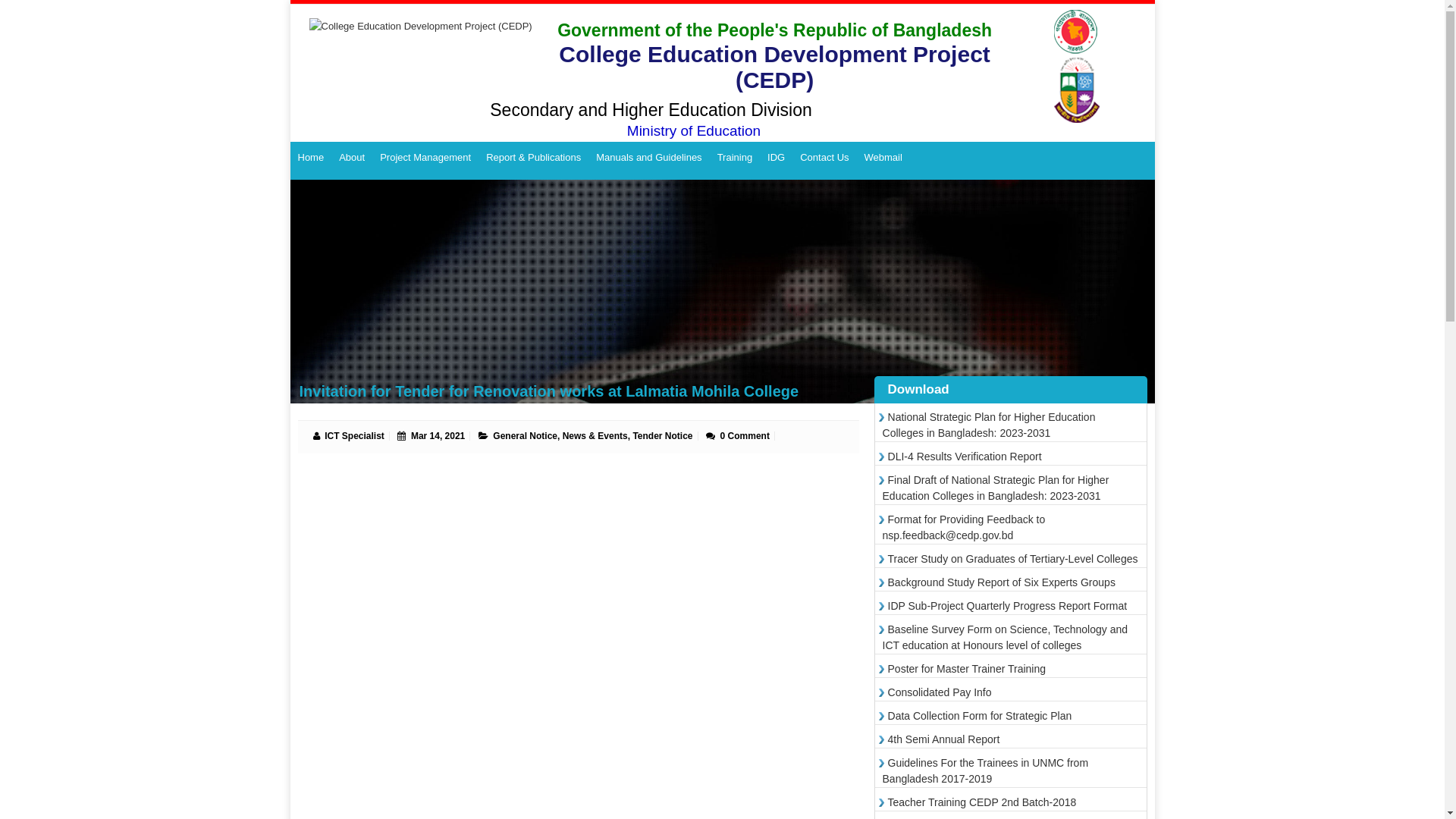  I want to click on 'Format for Providing Feedback to nsp.feedback@cedp.gov.bd', so click(963, 526).